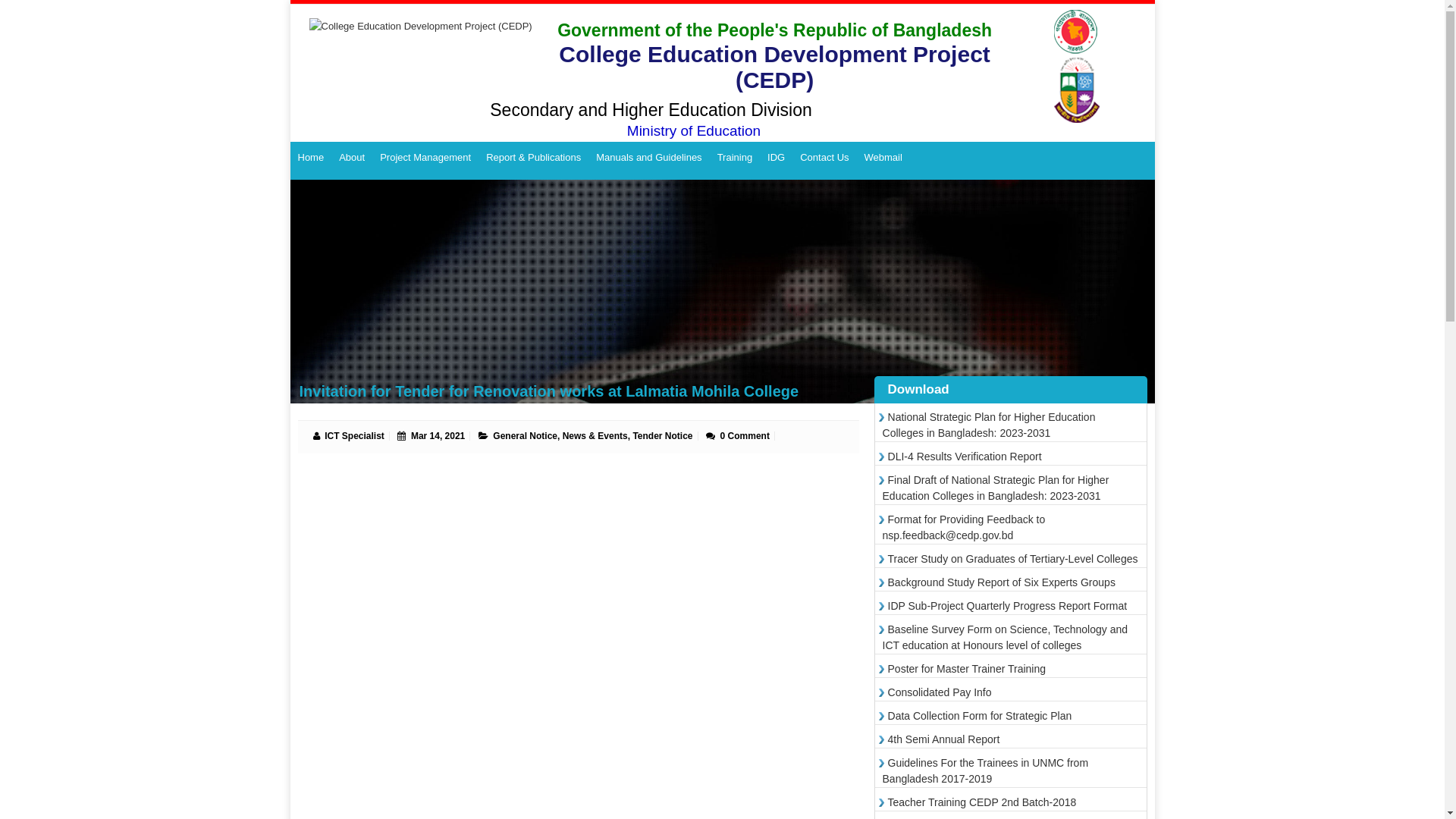  I want to click on 'Format for Providing Feedback to nsp.feedback@cedp.gov.bd', so click(963, 526).